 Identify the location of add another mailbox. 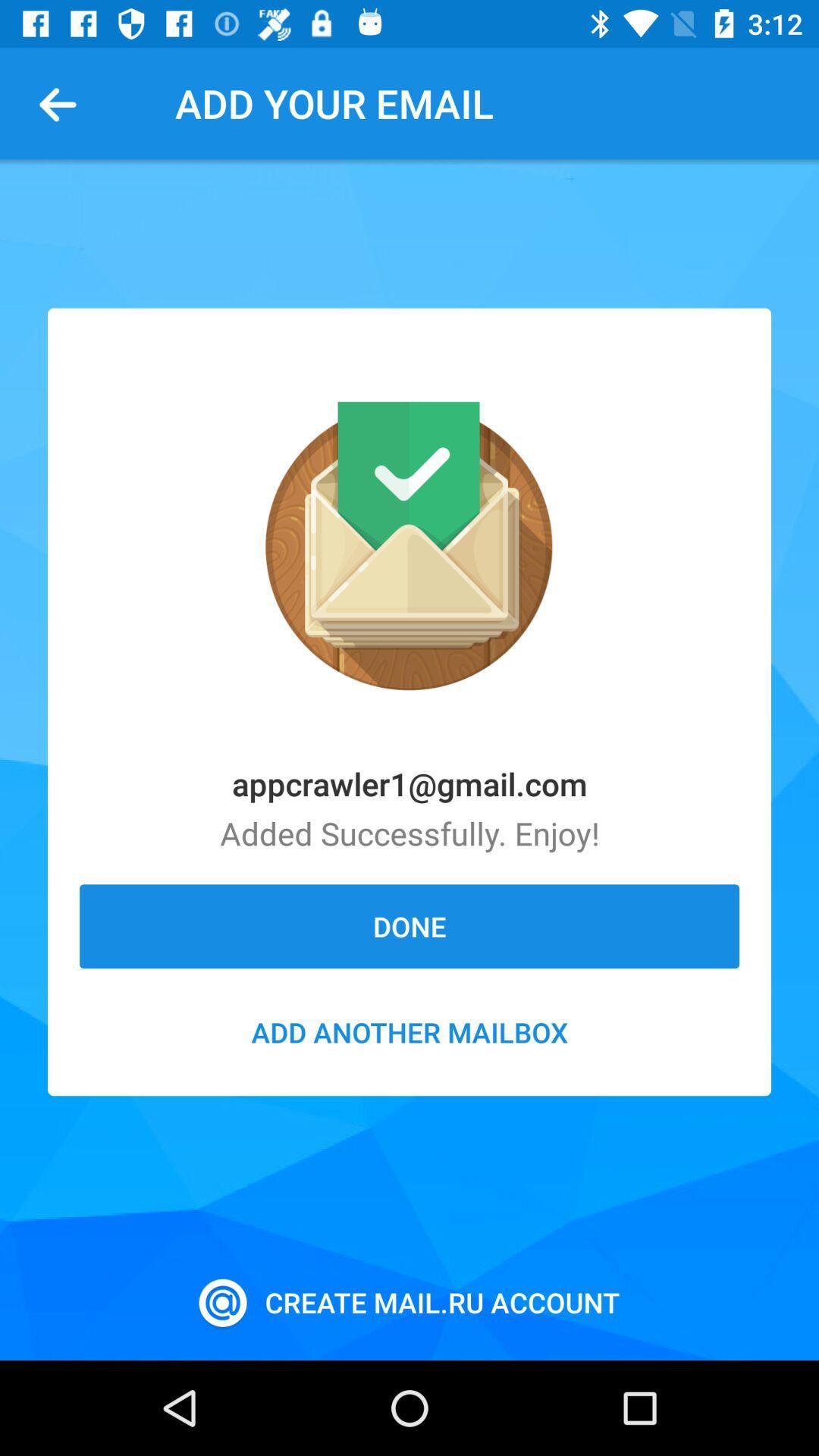
(409, 1031).